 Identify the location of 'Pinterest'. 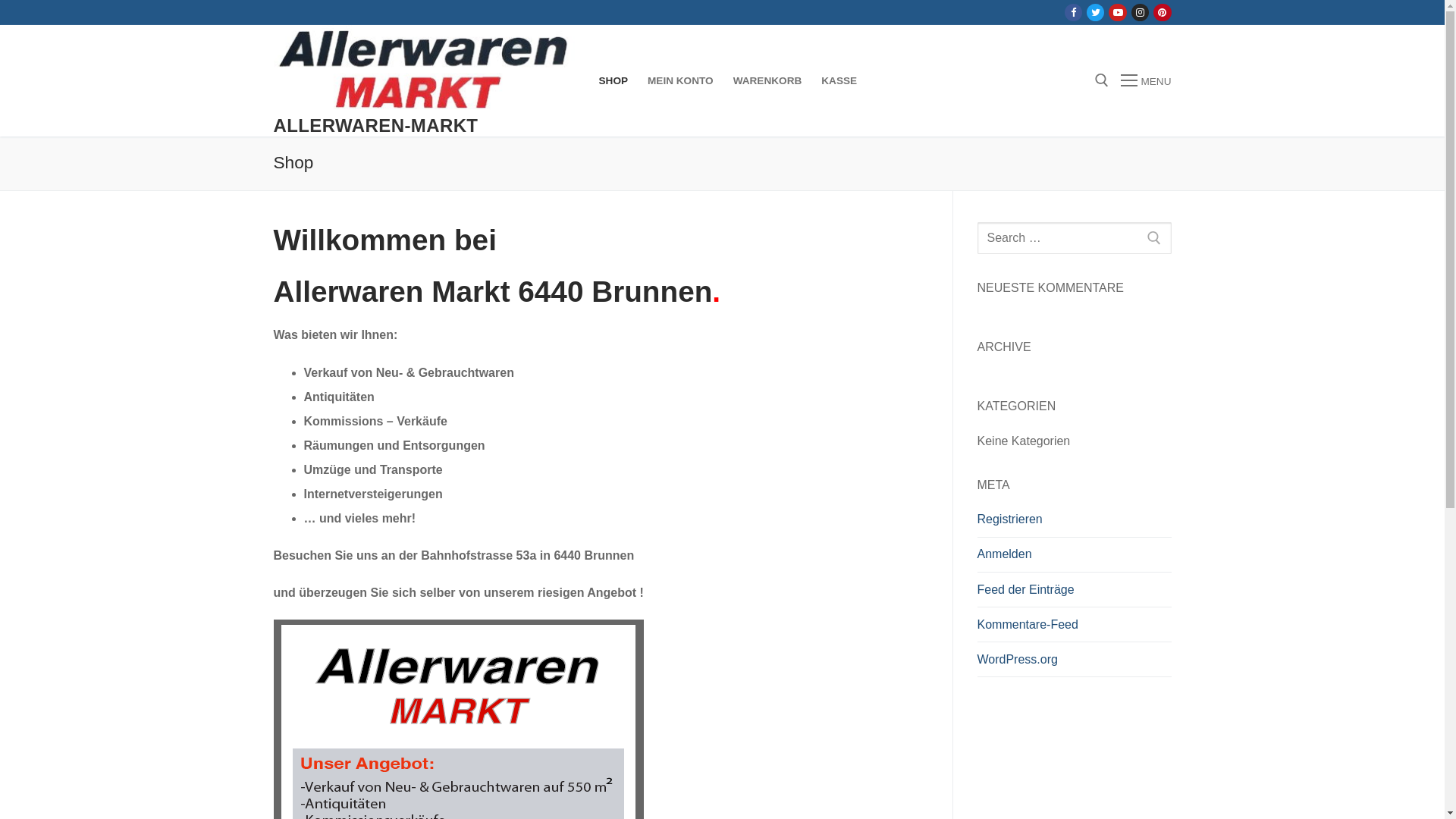
(1161, 12).